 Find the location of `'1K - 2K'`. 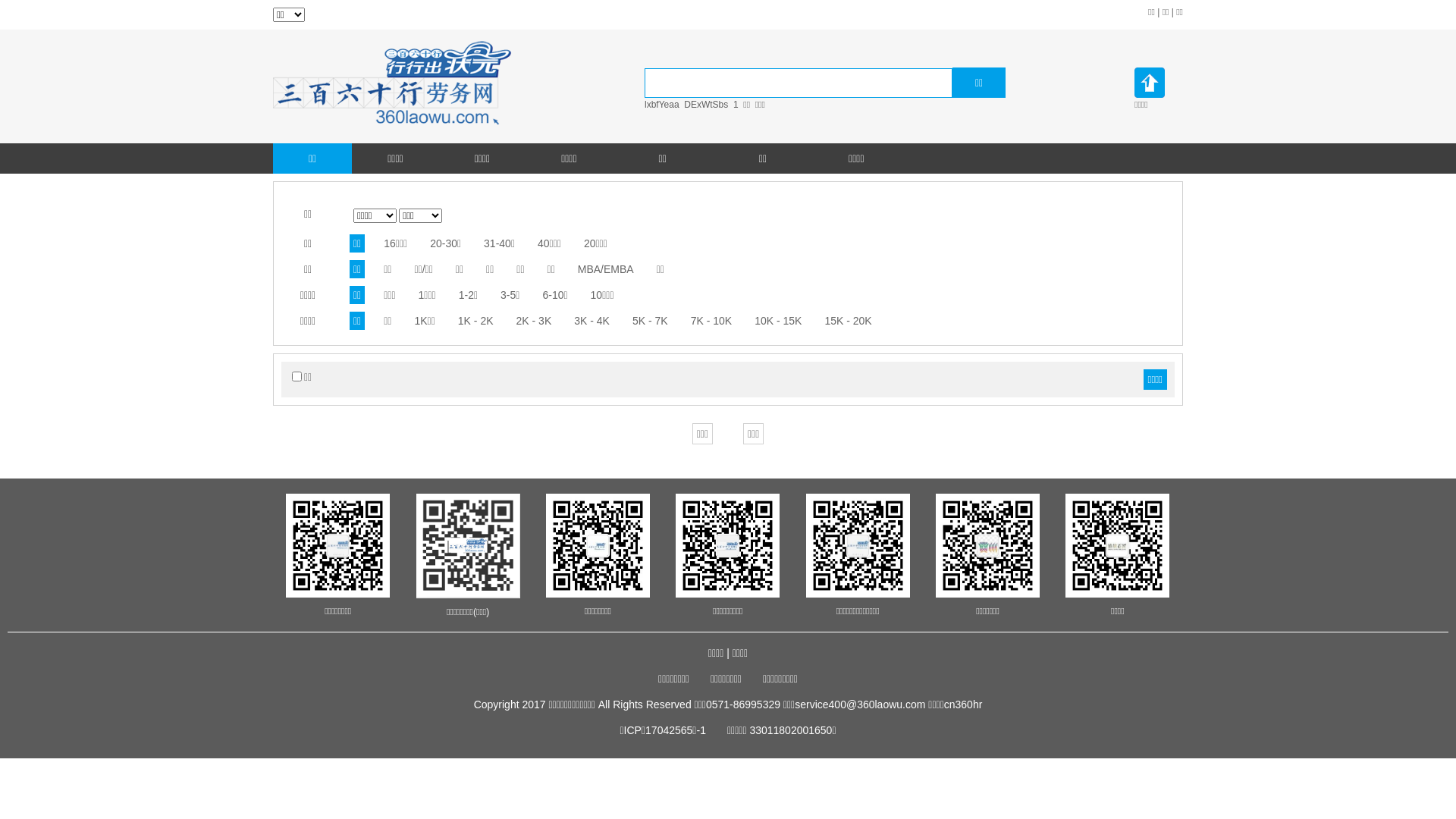

'1K - 2K' is located at coordinates (475, 320).